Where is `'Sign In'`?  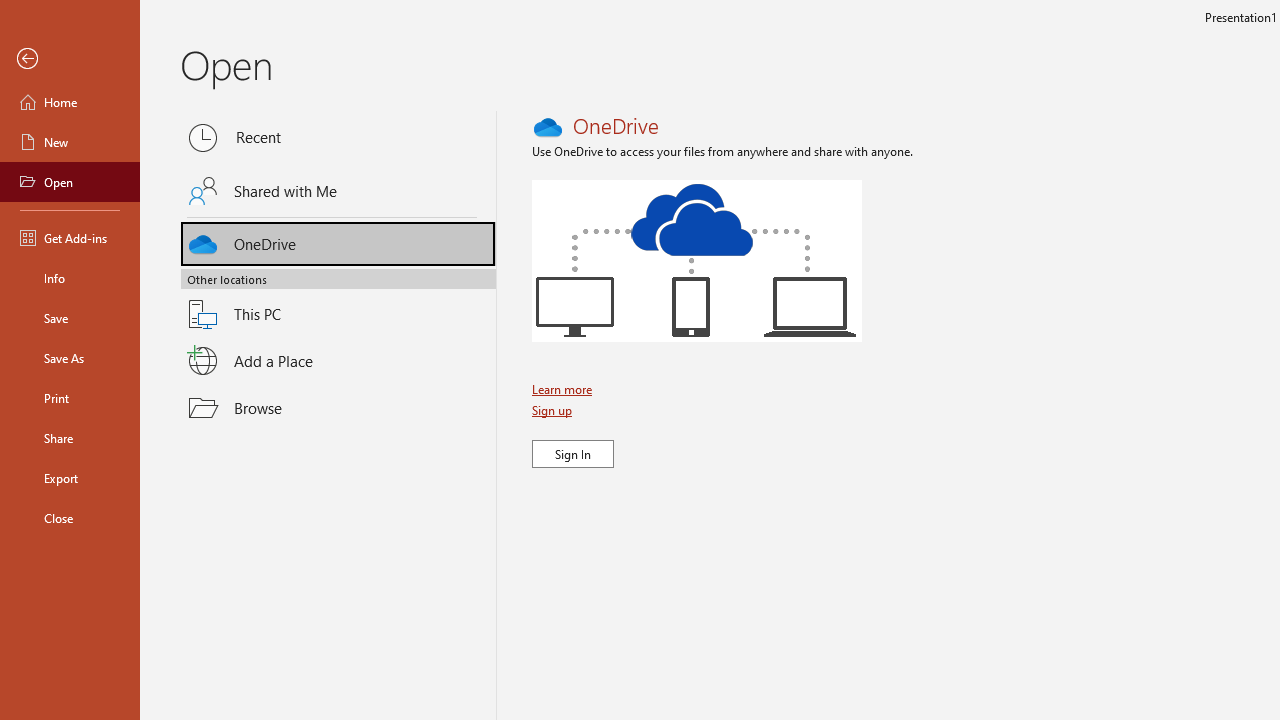
'Sign In' is located at coordinates (572, 453).